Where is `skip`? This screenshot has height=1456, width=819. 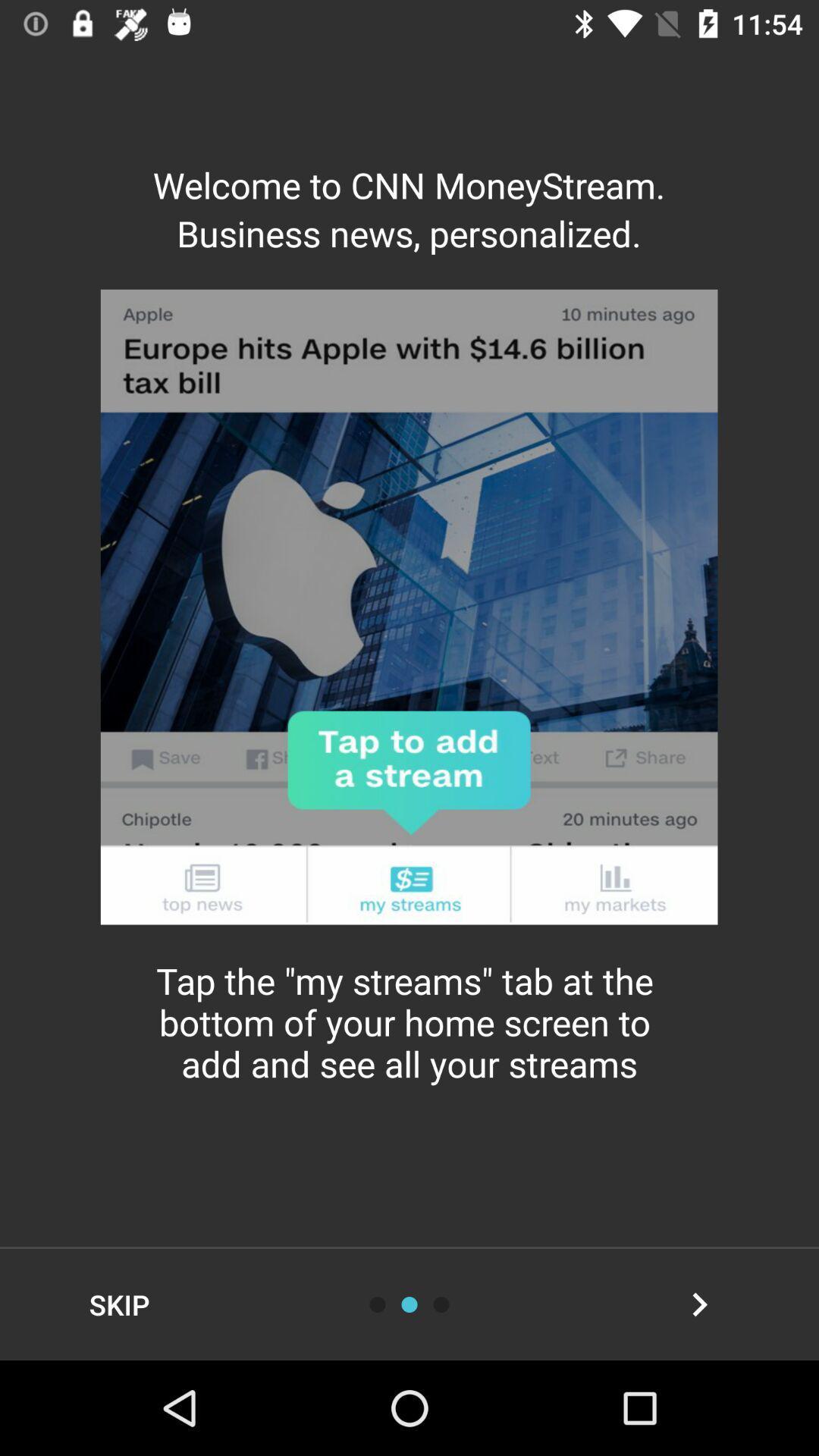
skip is located at coordinates (118, 1304).